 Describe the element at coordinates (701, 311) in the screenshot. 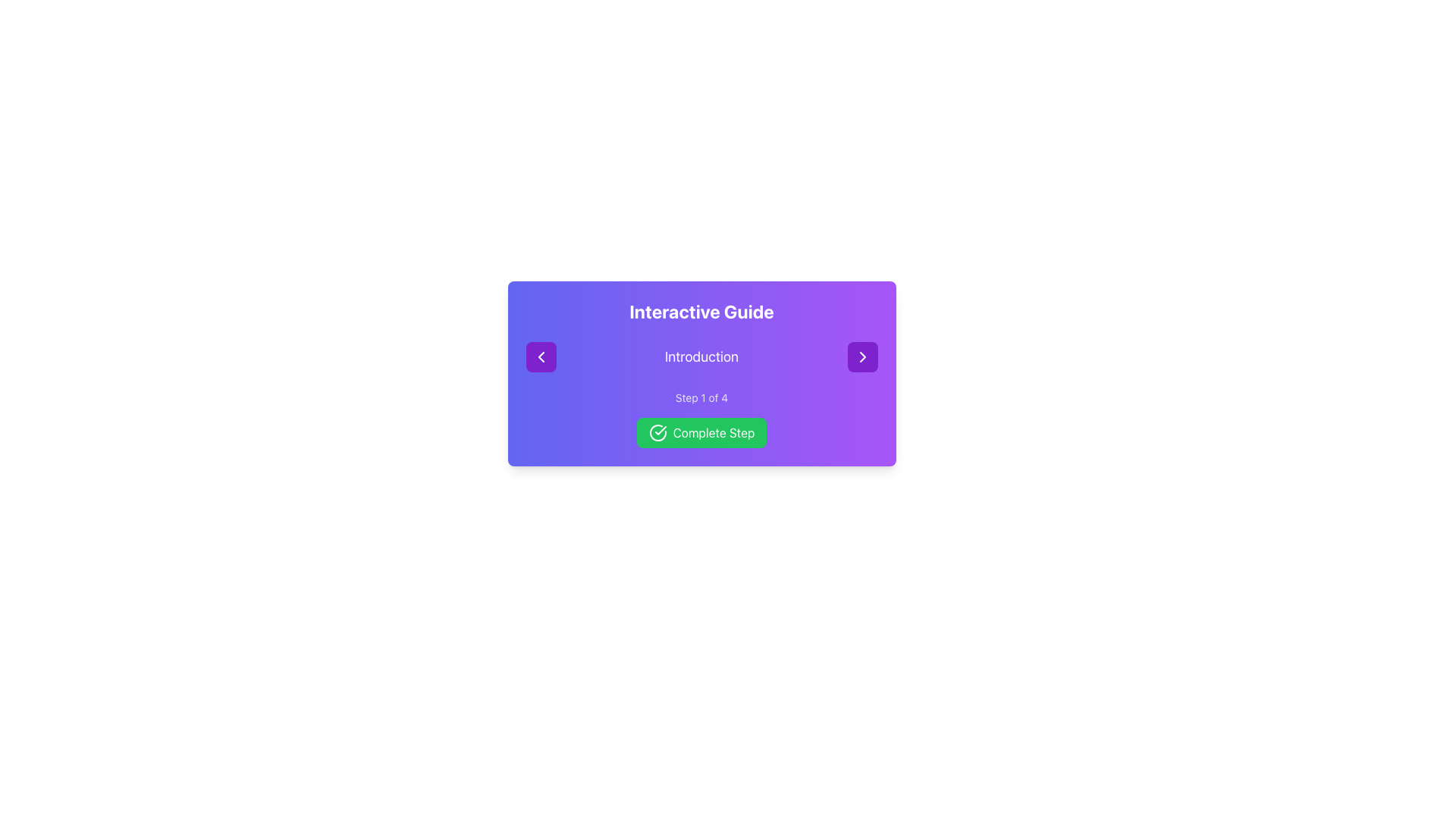

I see `the title text element located at the top center of the card layout, which serves as the heading for the interactive guide` at that location.